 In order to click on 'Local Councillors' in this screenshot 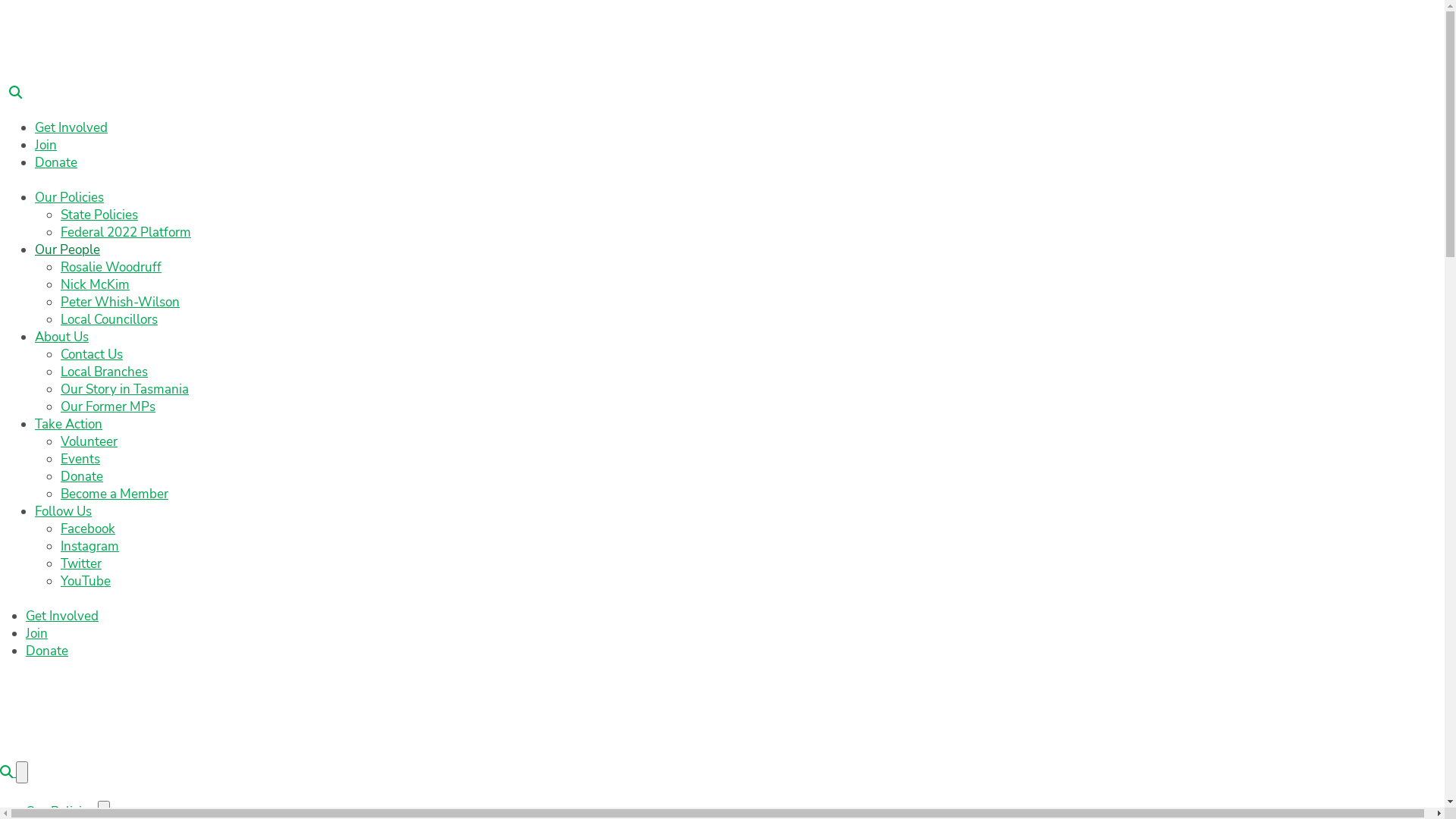, I will do `click(108, 318)`.